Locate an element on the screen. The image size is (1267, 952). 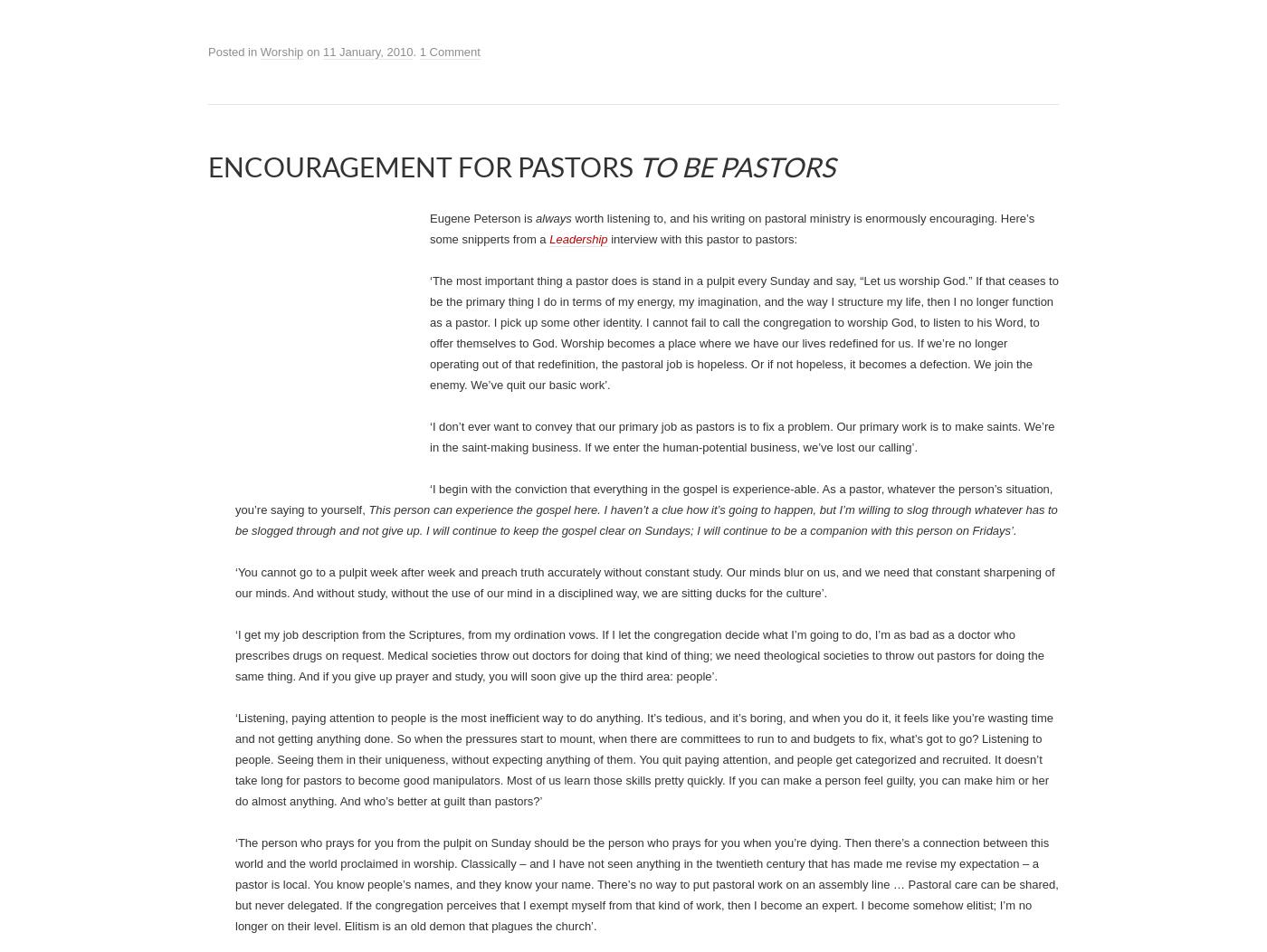
'What a pity it is and what a distress that at bottom we all fear the gods so much that we are all so religious and full of endeavor, and yet understand so little of this sacrifice, of giving ourselves, our bodies, as sacrifices into the power of God. Oh, how would the doors that are now closed to us open – all the doors of sin and care before which we so helplessly stand; the doors of persons we do not understand nor they us; the doors of sad social conditions that we presently cannot change – how would truth and salvation come to light, how would the change of things that we wish for happen, if we would only break out of all our so-called worship of God, our religions, convictions, and endeavors! We would break out of all these prisons, over which is written, “My intentions are good,” and instead enter into what God intends, into that reasonable worship of God in Spirit and in truth. This is what the Bible places before us in such a great, natural, and healthy way!’ – Karl Barth and William H. Willimon,' is located at coordinates (646, 242).